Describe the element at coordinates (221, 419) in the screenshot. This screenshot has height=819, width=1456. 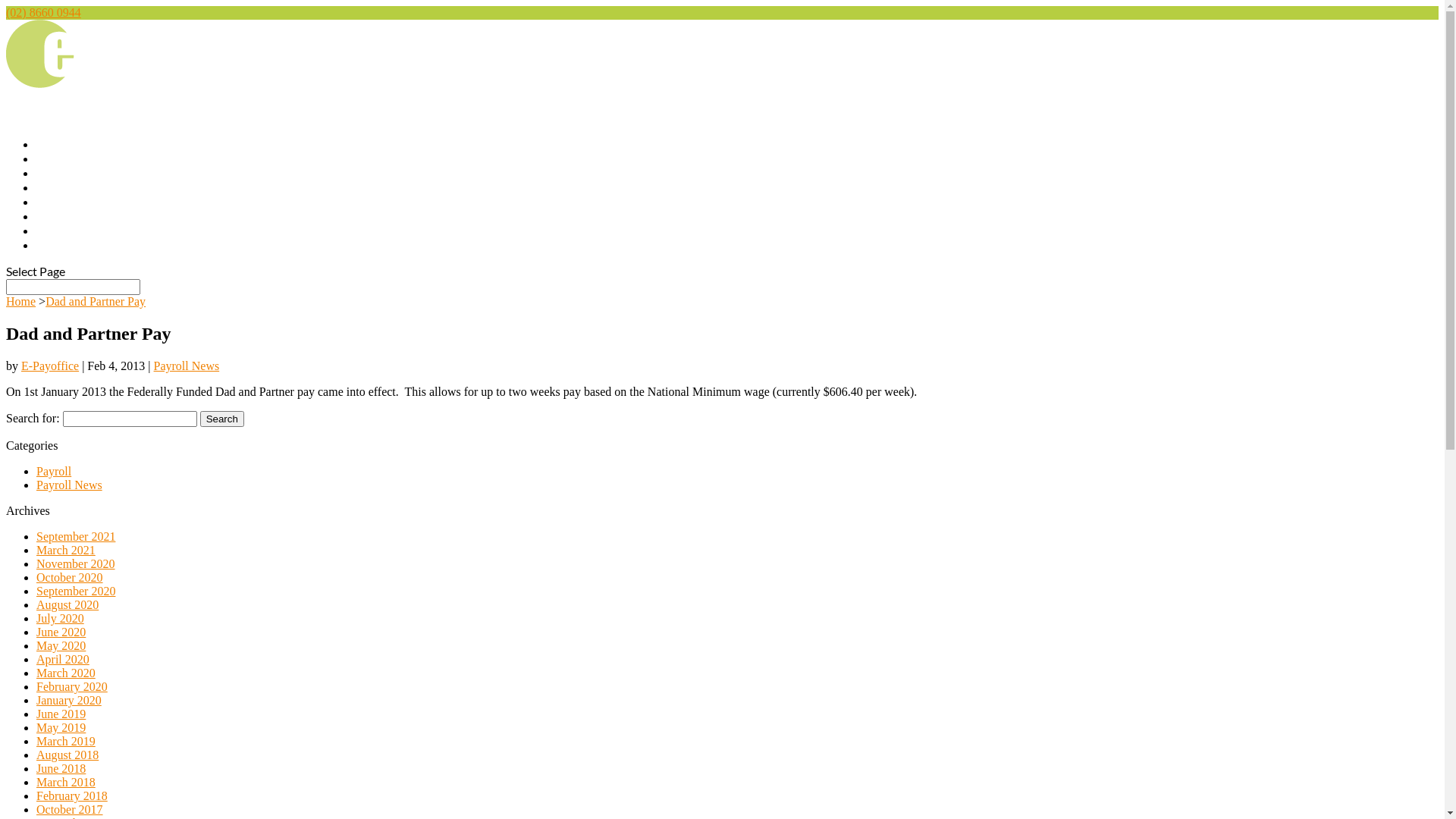
I see `'Search'` at that location.